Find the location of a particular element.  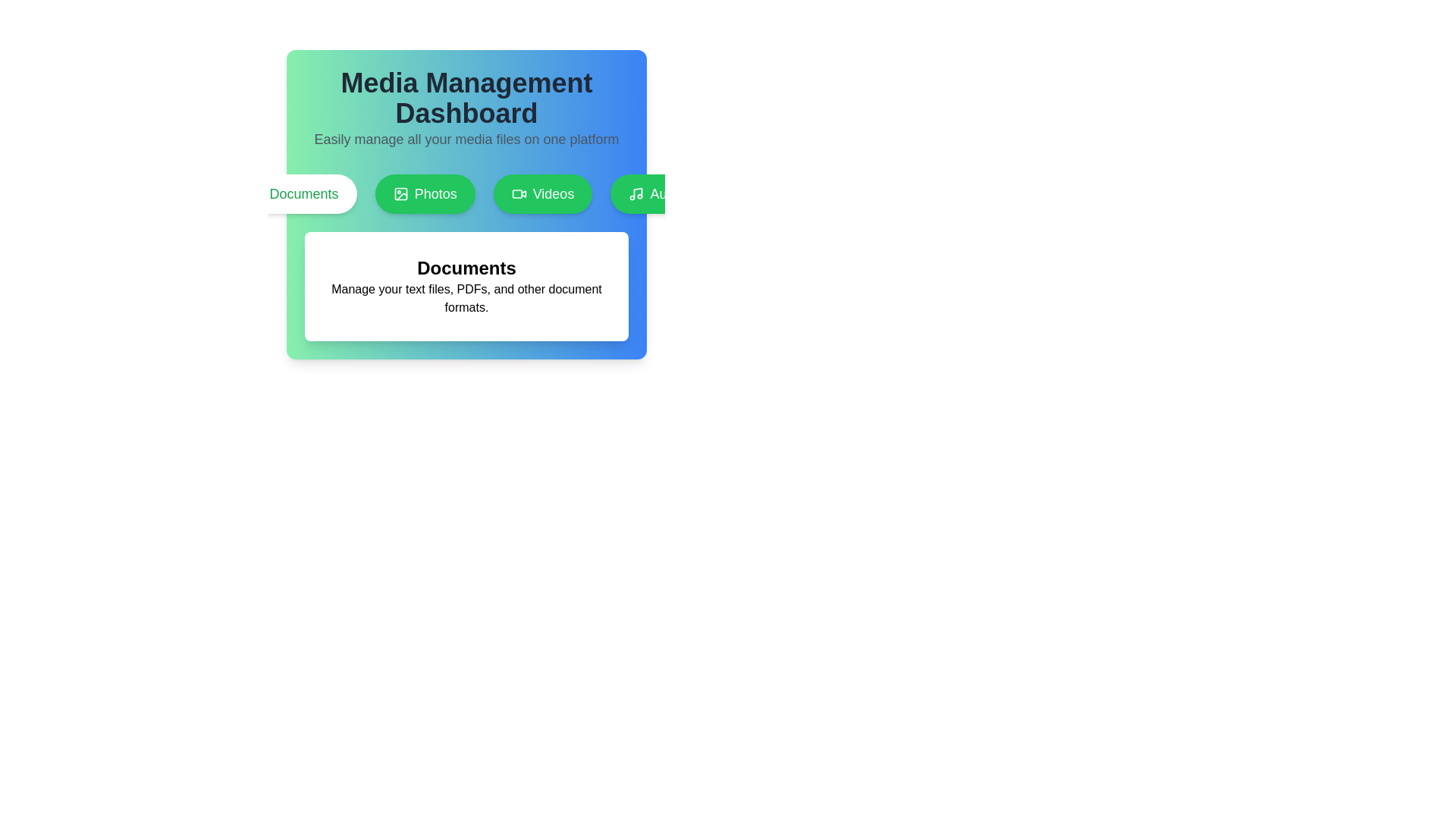

the 'Documents' button, which is a rounded rectangular button with green text and a document icon, located in the Media Management Dashboard is located at coordinates (293, 193).